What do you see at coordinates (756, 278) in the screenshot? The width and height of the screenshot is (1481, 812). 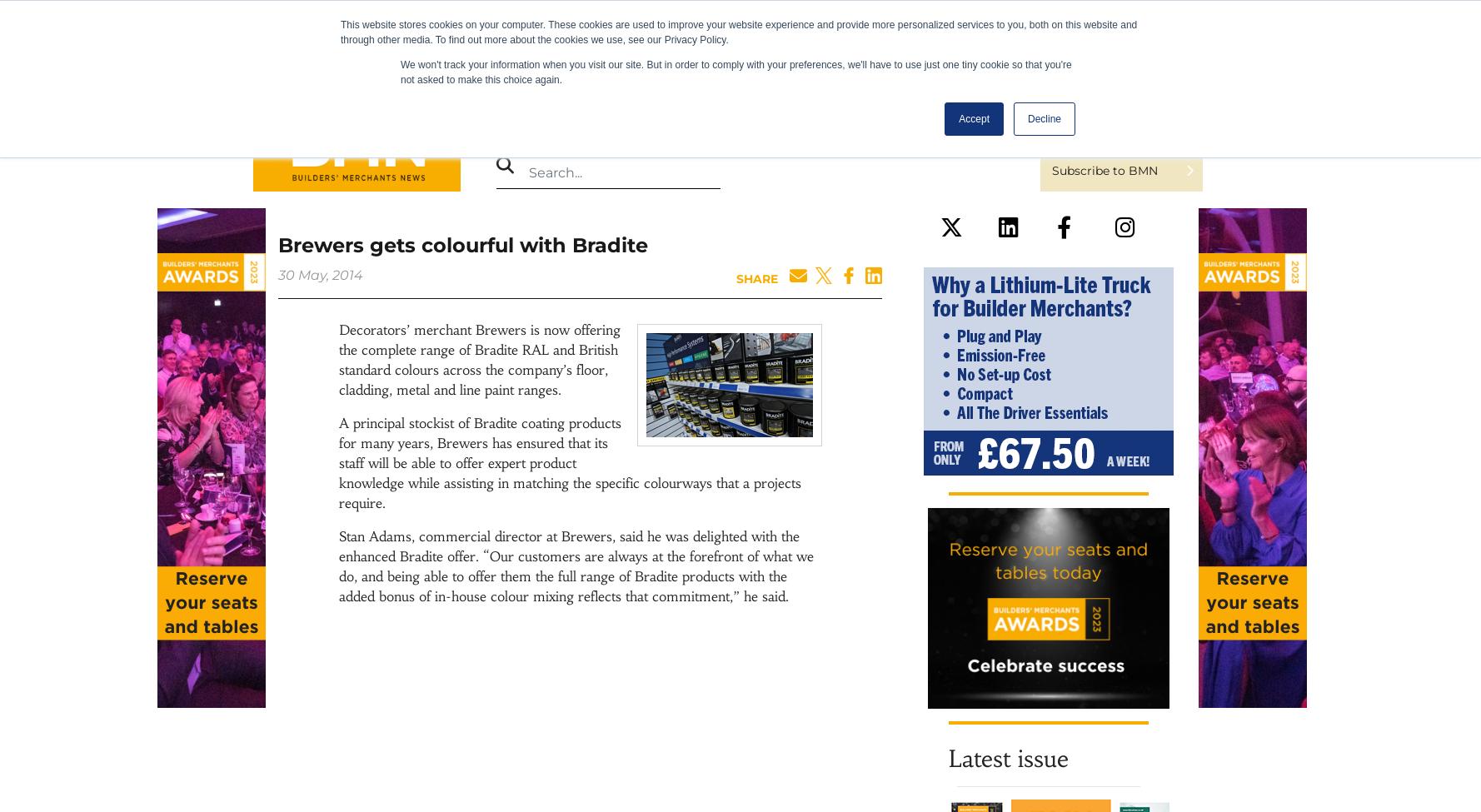 I see `'SHARE'` at bounding box center [756, 278].